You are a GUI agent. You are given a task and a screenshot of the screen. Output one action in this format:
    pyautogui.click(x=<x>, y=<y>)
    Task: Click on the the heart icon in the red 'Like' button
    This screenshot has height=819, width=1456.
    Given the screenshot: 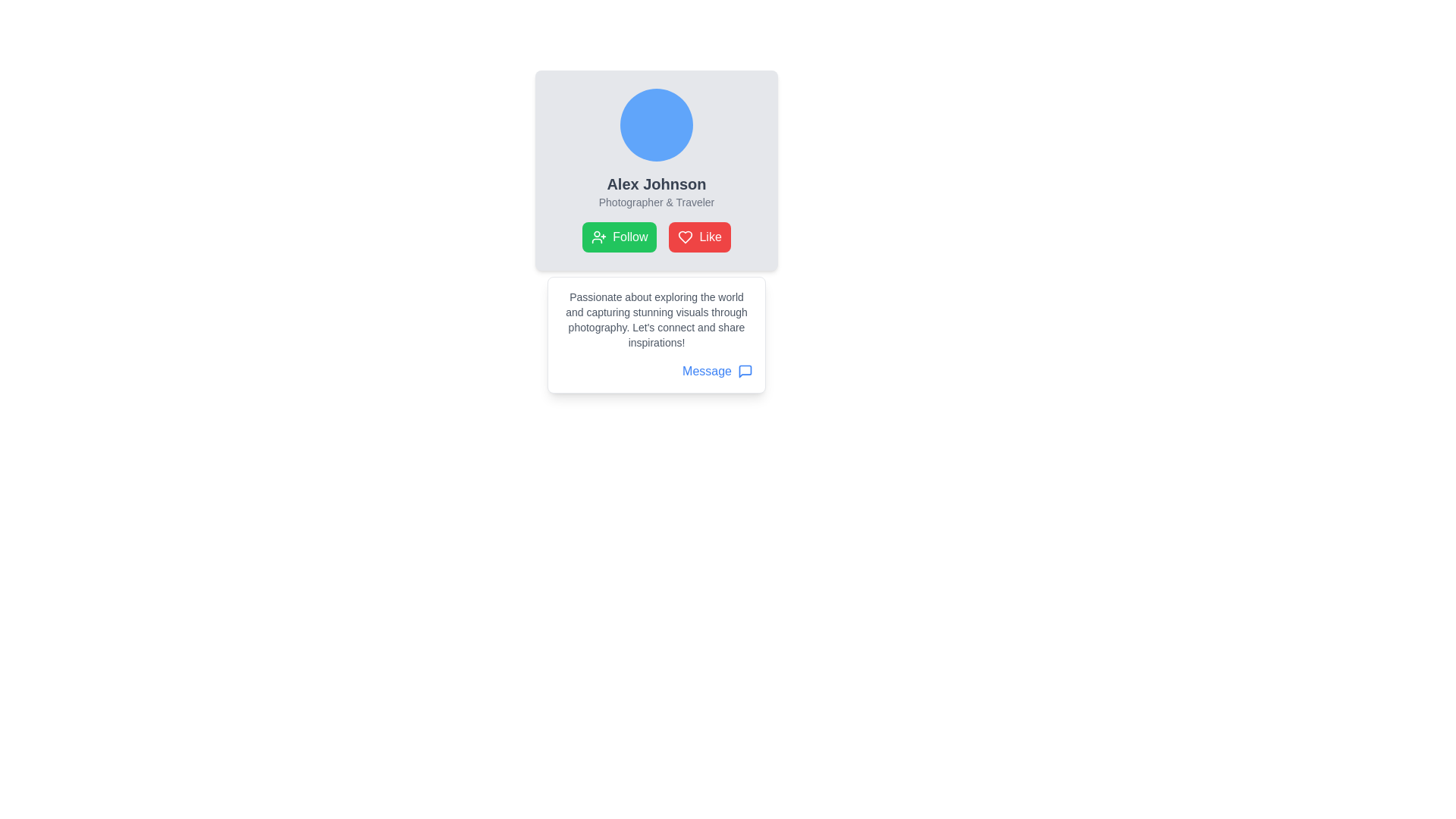 What is the action you would take?
    pyautogui.click(x=685, y=237)
    